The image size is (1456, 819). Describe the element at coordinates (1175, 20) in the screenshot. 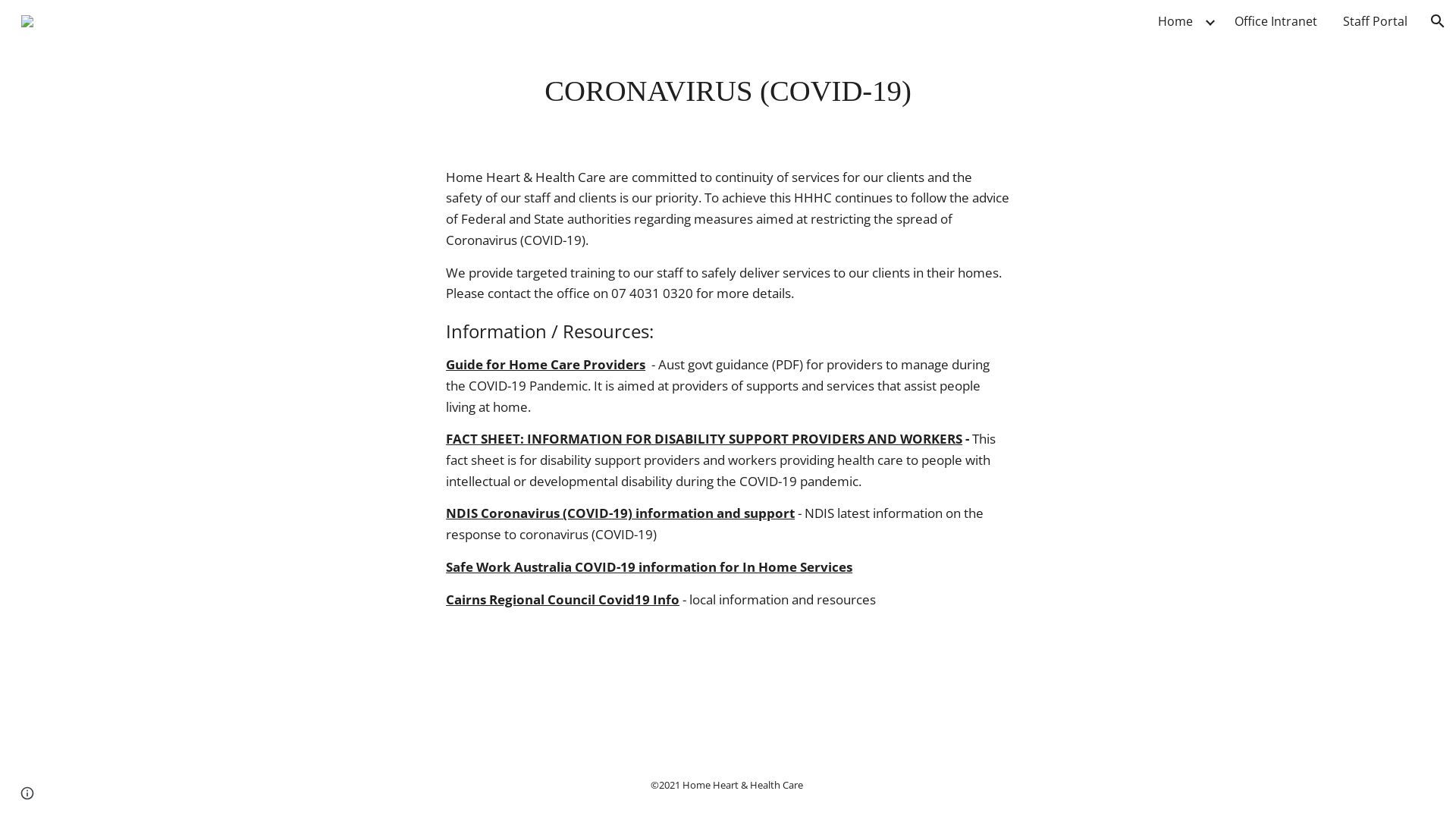

I see `'Home'` at that location.